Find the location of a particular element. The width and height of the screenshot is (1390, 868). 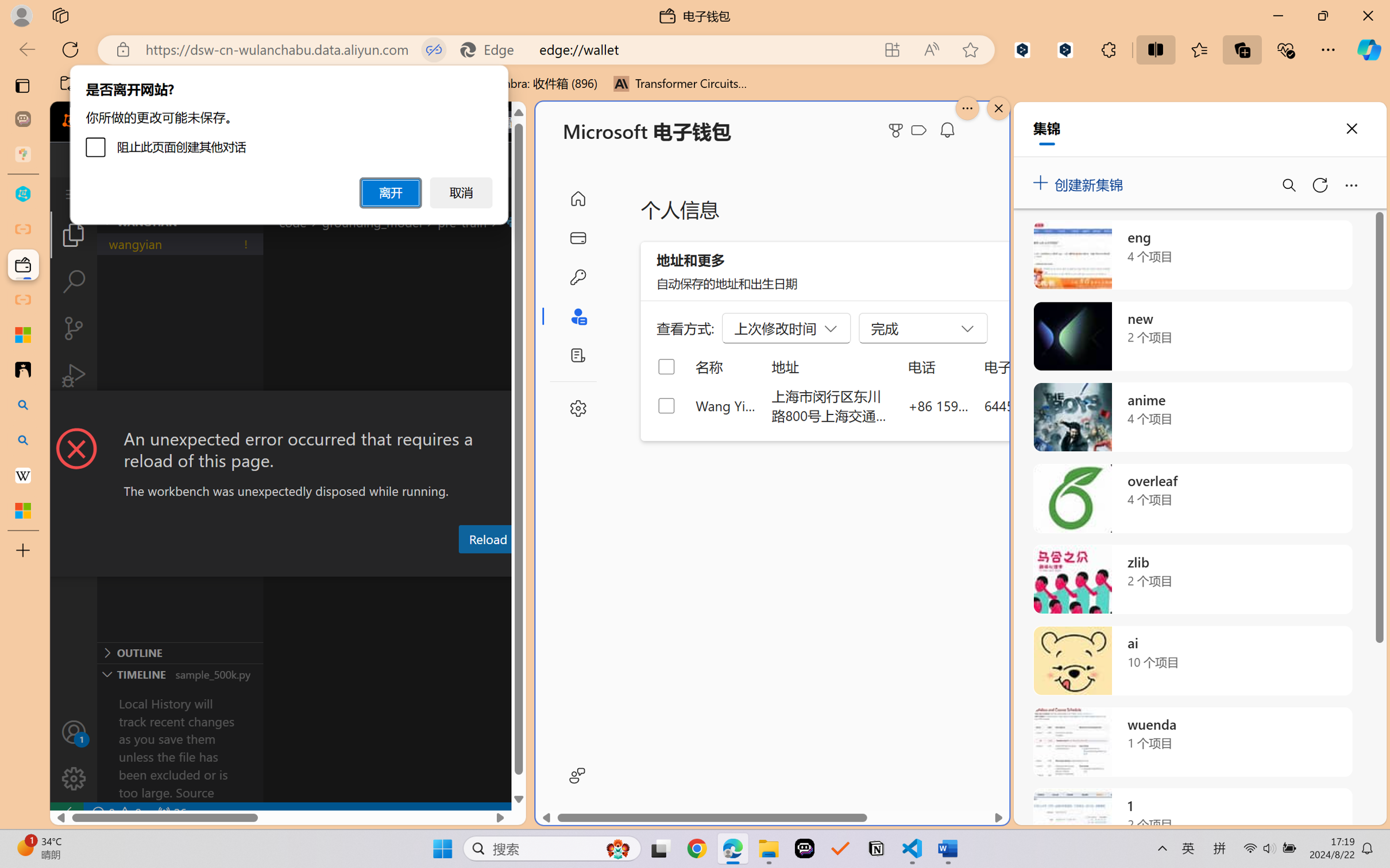

'Copilot (Ctrl+Shift+.)' is located at coordinates (1369, 49).